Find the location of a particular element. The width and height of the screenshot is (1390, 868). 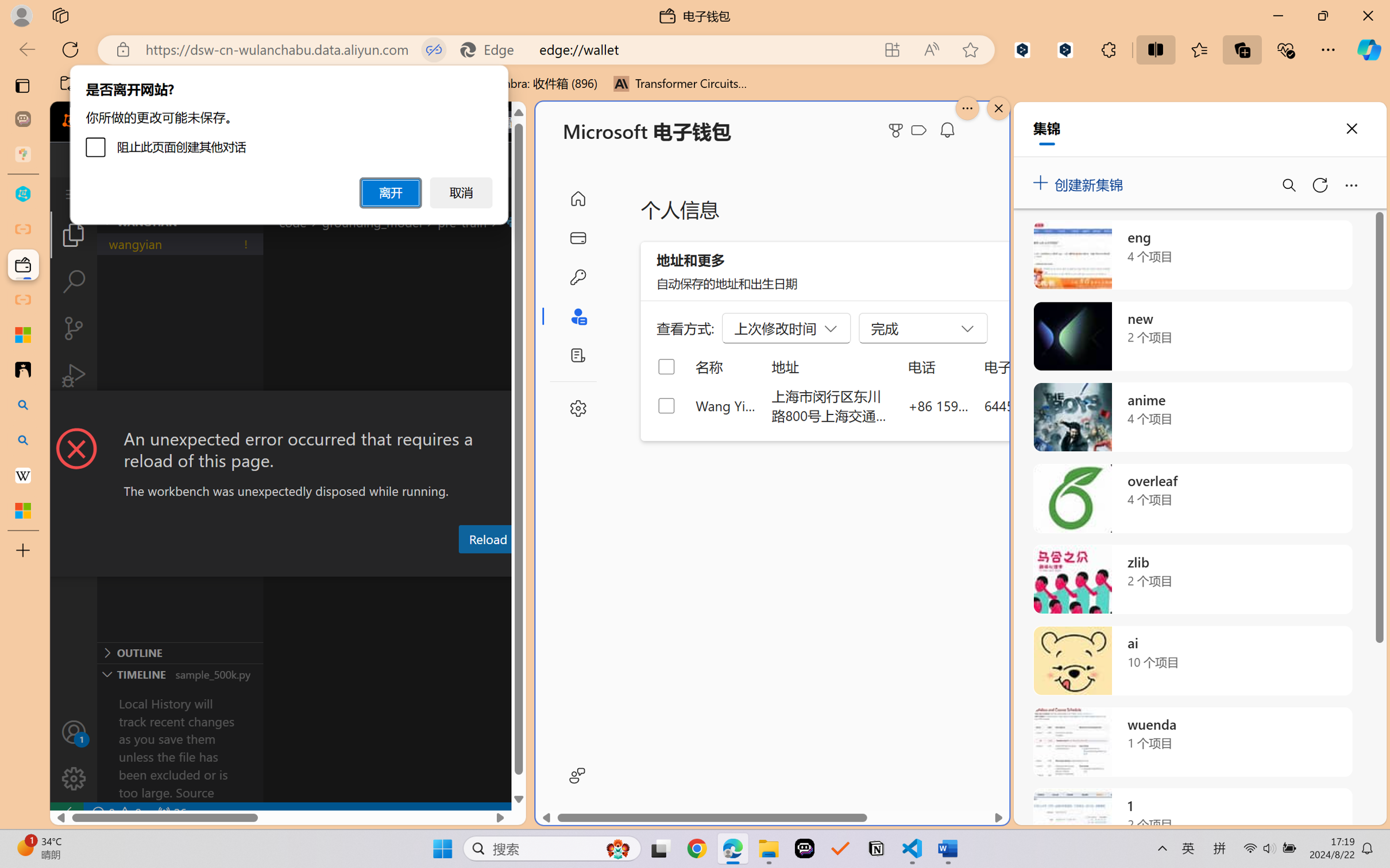

'Copilot (Ctrl+Shift+.)' is located at coordinates (1369, 49).